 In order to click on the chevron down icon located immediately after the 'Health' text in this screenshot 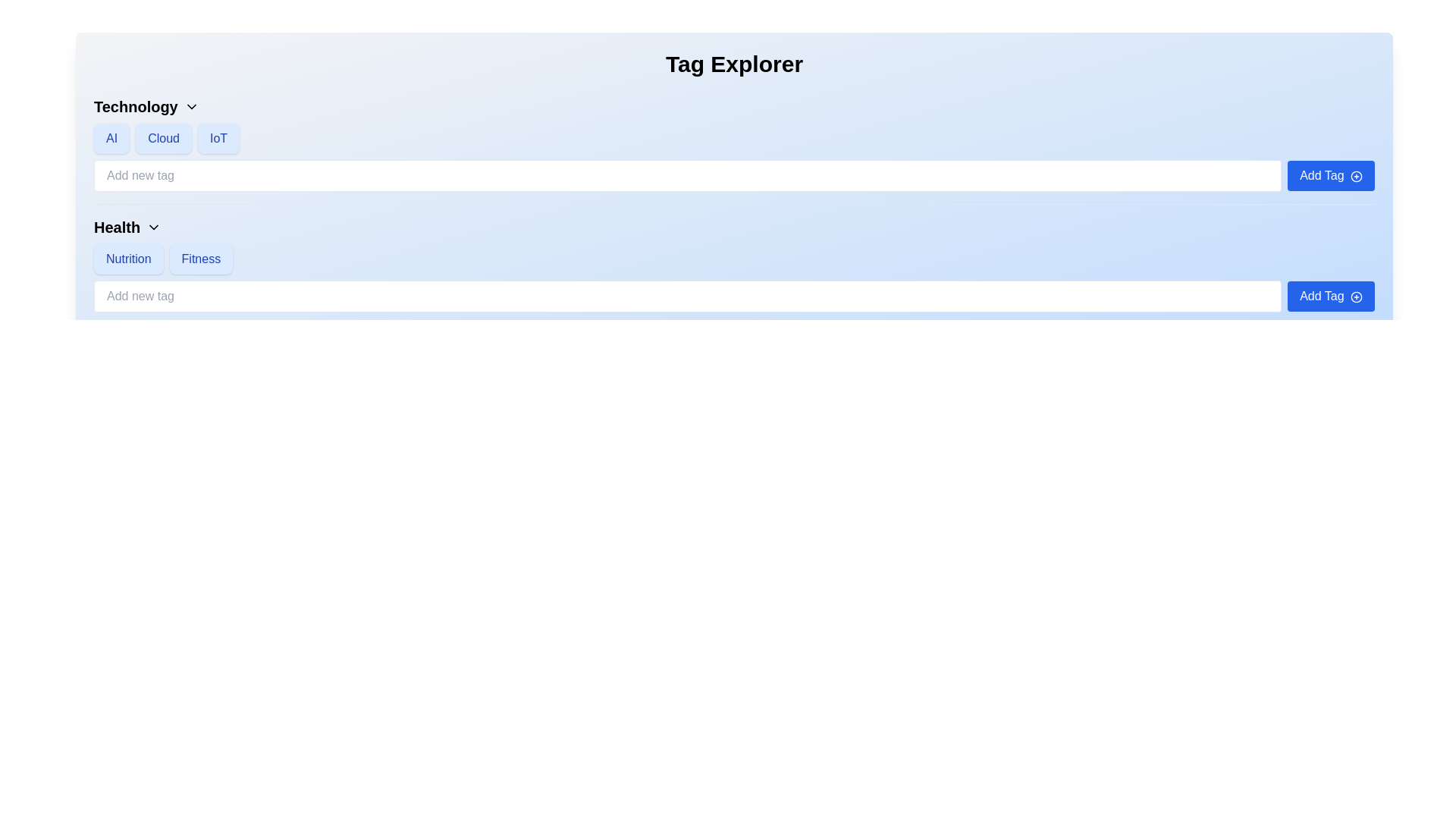, I will do `click(154, 227)`.